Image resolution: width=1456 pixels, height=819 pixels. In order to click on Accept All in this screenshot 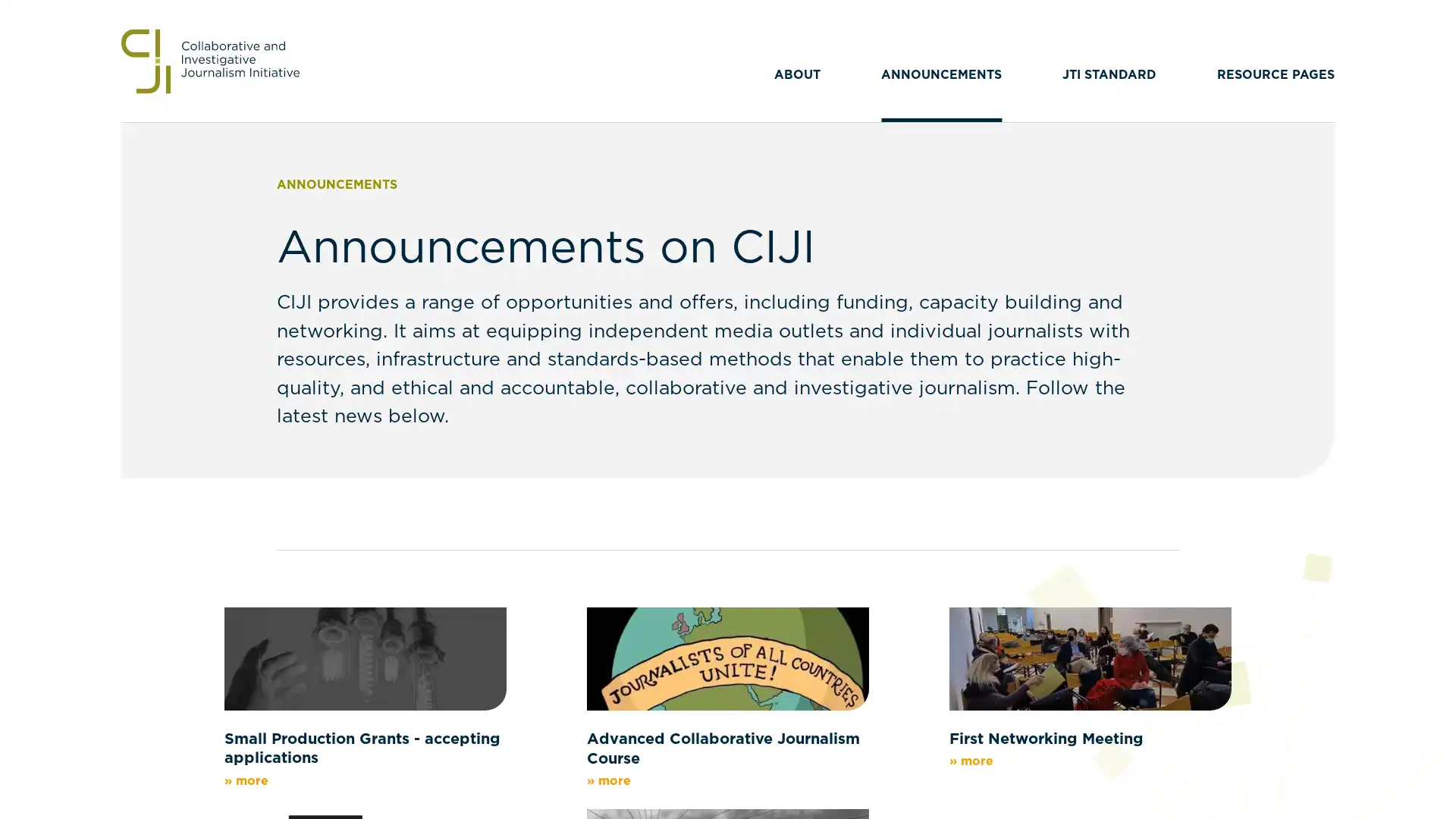, I will do `click(877, 514)`.